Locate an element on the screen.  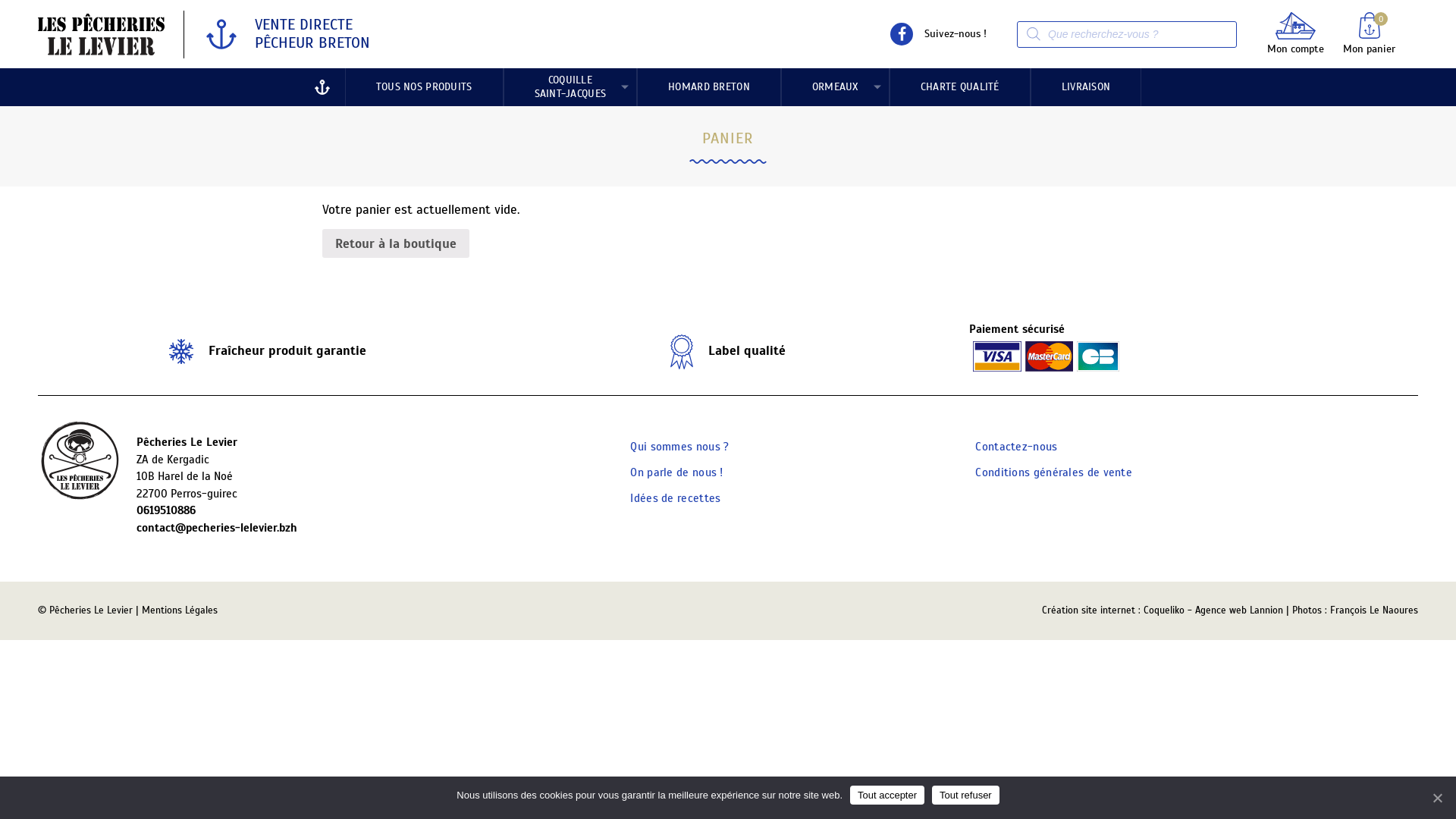
'Qui sommes nous ?' is located at coordinates (679, 446).